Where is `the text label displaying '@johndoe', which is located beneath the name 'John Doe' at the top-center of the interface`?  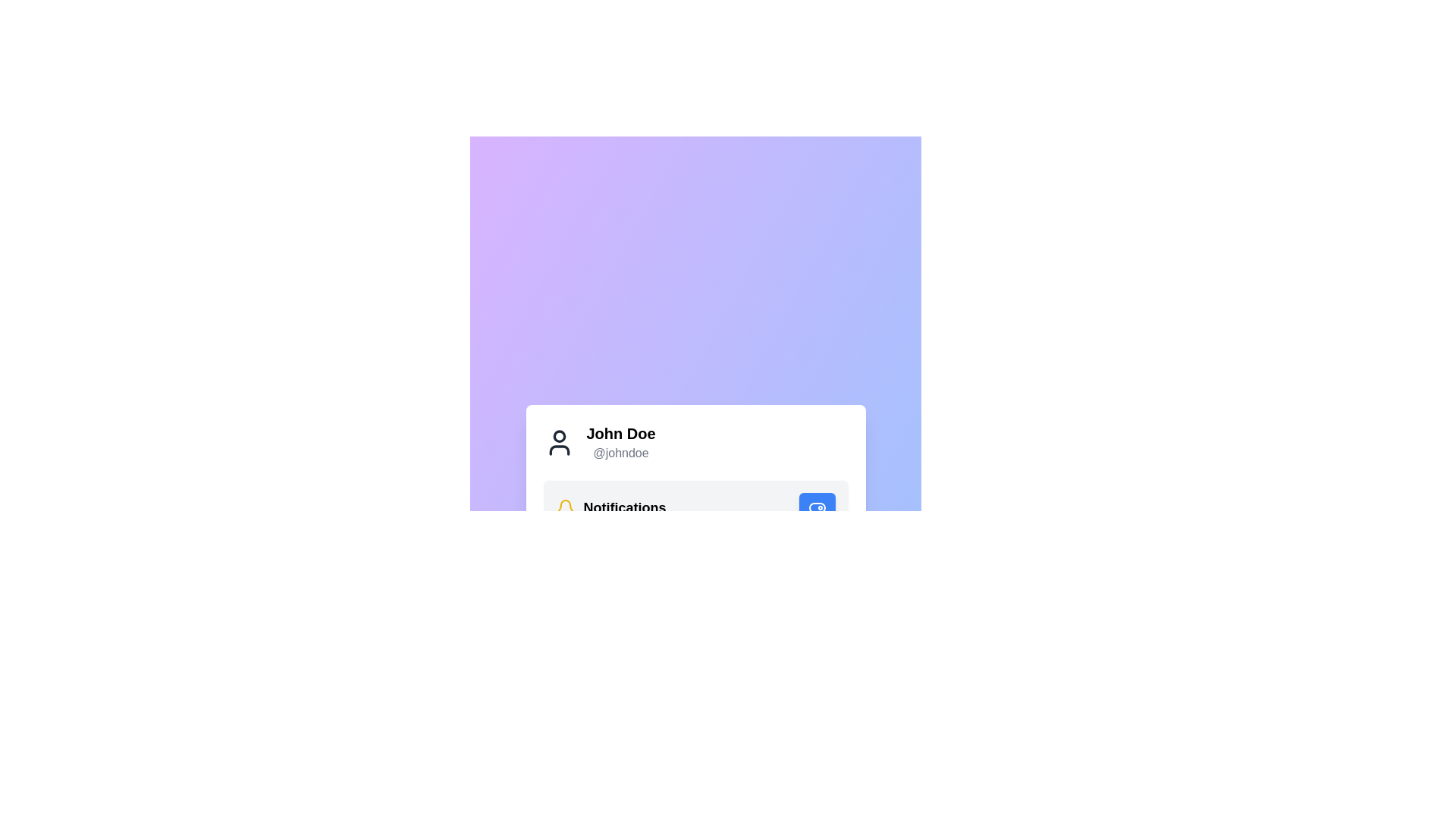 the text label displaying '@johndoe', which is located beneath the name 'John Doe' at the top-center of the interface is located at coordinates (621, 452).